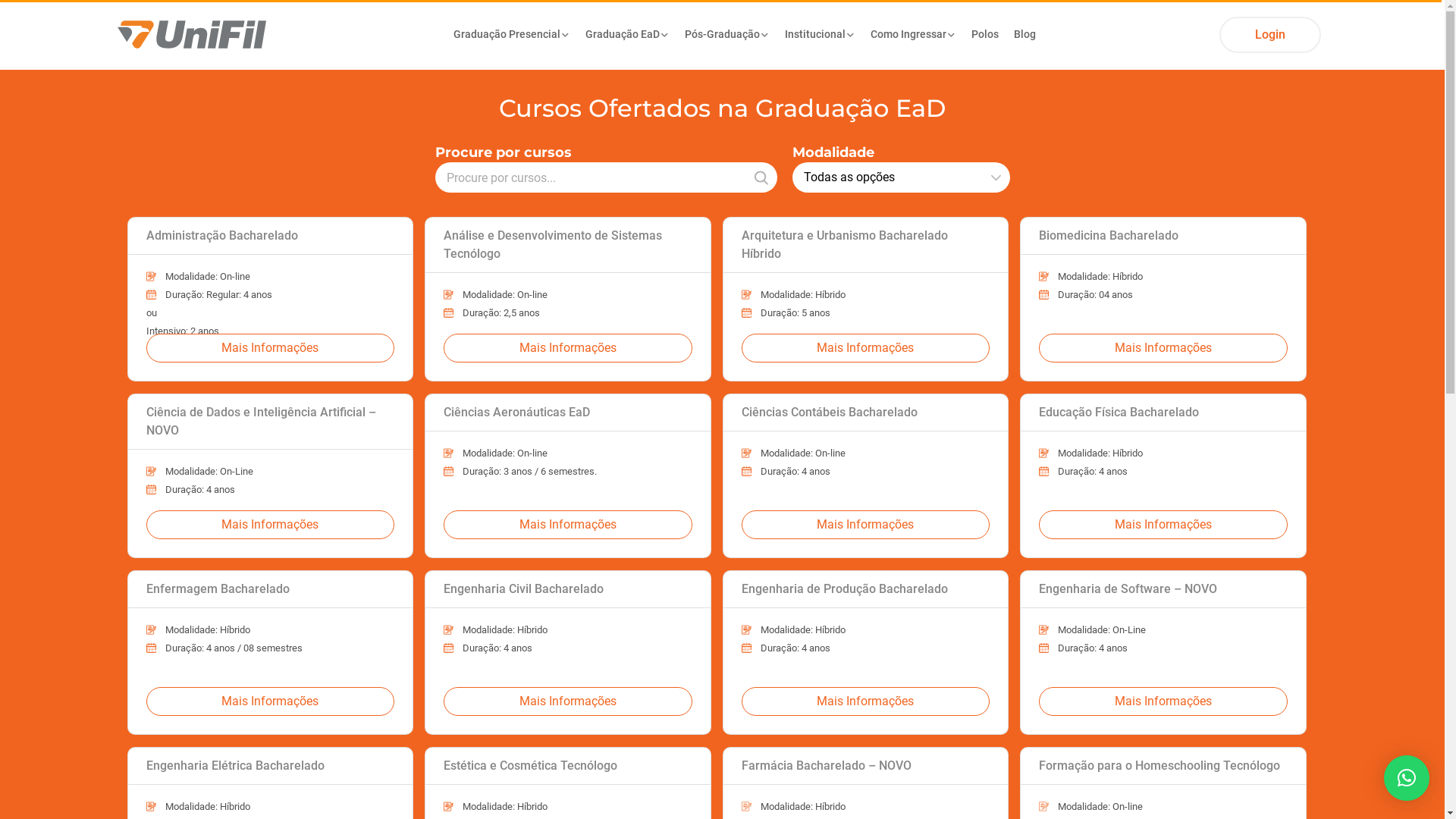  I want to click on 'Enfermagem Bacharelado', so click(269, 588).